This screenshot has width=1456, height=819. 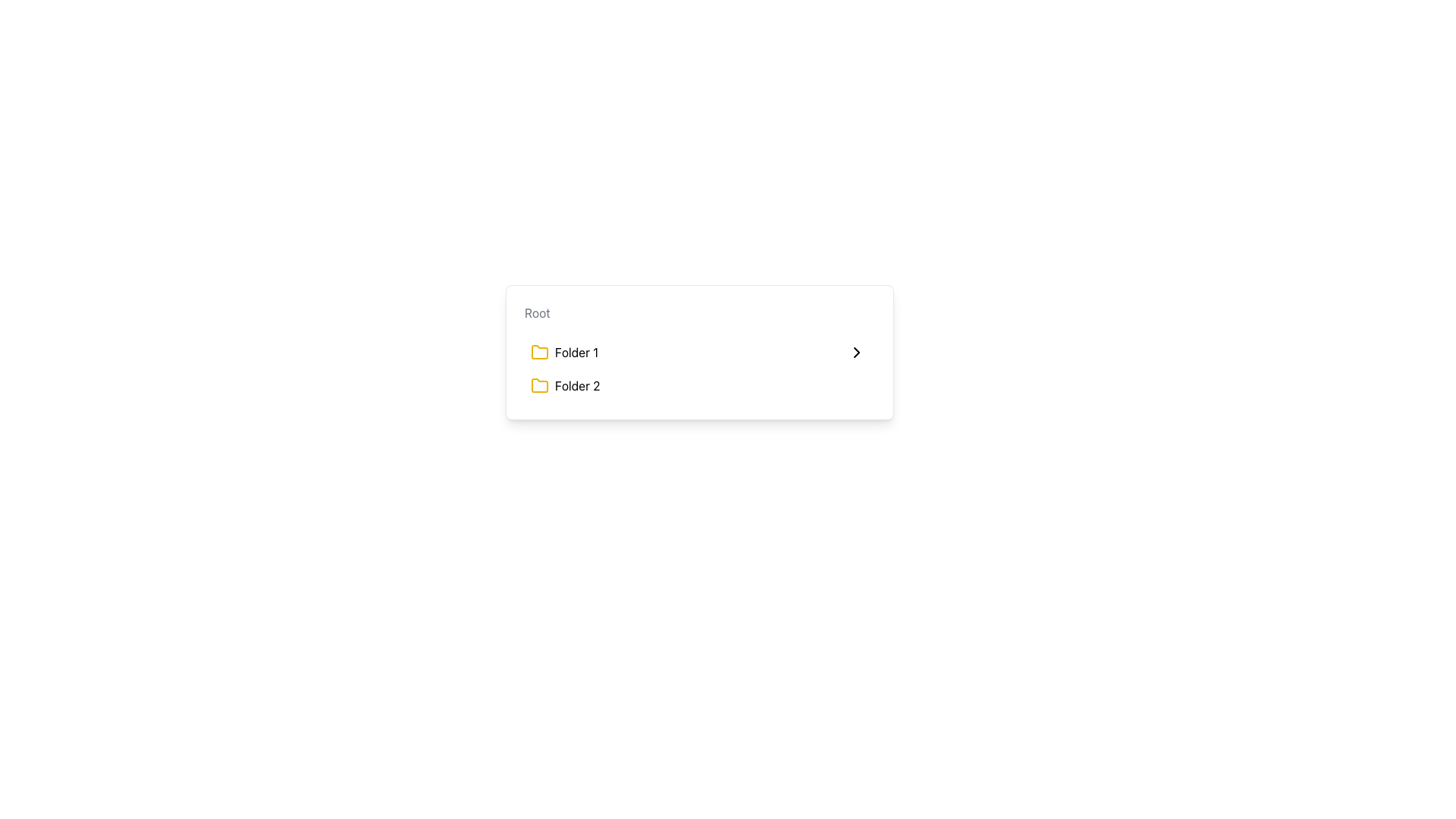 I want to click on the navigational icon located near the right edge of the 'Folder 1' list item, so click(x=856, y=353).